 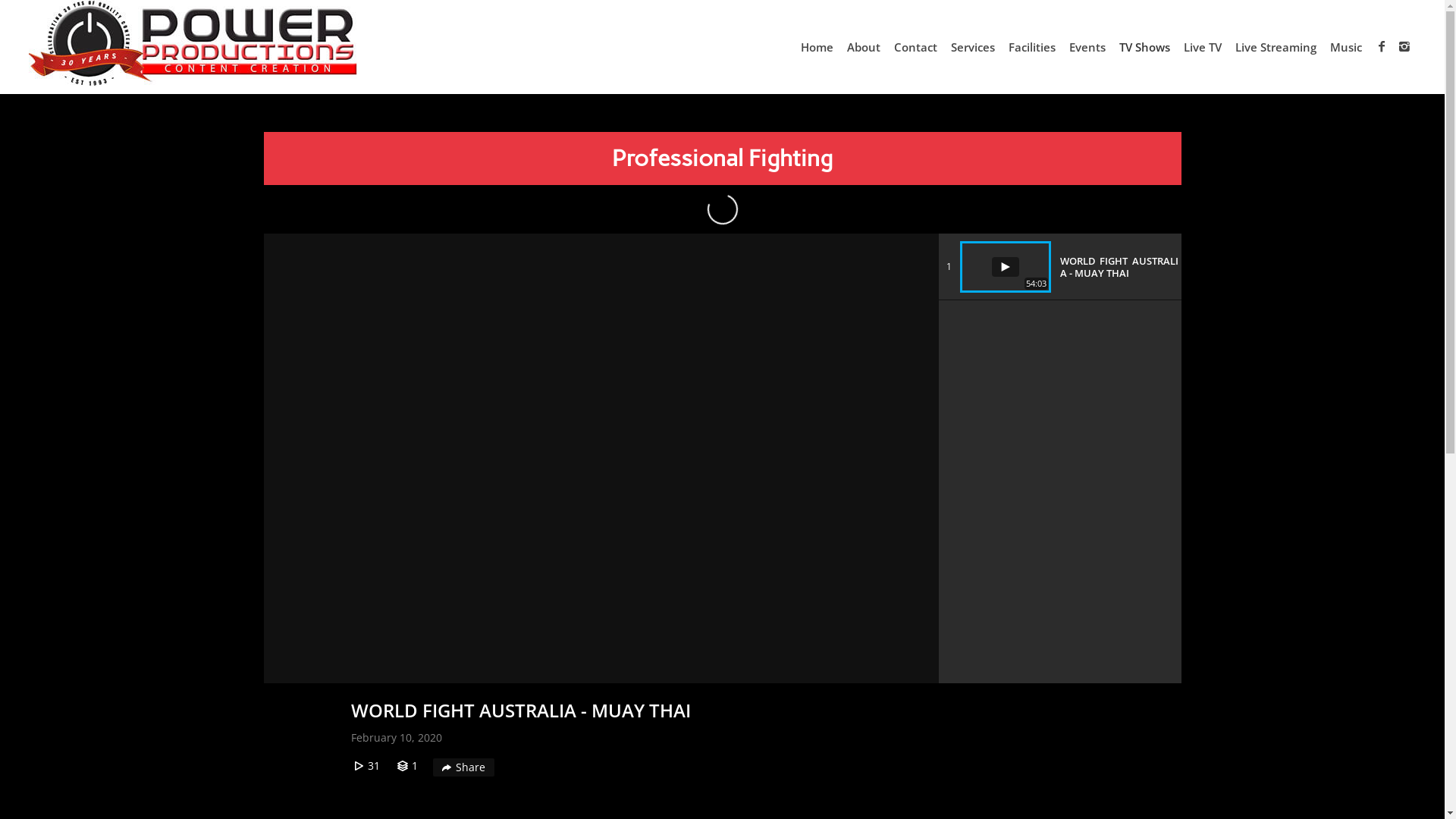 What do you see at coordinates (1228, 45) in the screenshot?
I see `'Live Streaming'` at bounding box center [1228, 45].